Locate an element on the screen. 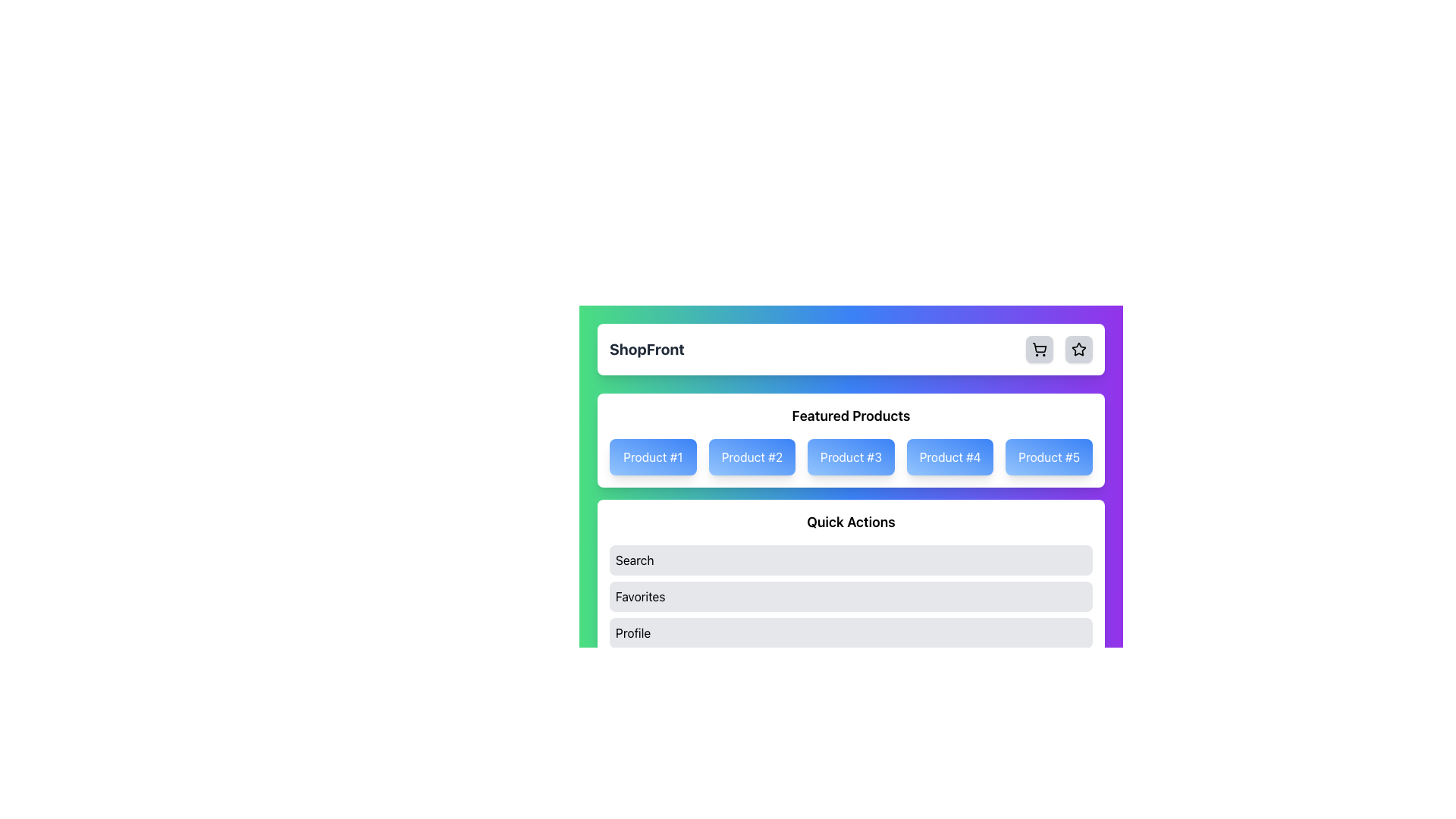 The height and width of the screenshot is (819, 1456). the star icon, which has a thin black outline and represents a favorite action, located in the top-right corner of the interface, to favorite an item is located at coordinates (1078, 350).